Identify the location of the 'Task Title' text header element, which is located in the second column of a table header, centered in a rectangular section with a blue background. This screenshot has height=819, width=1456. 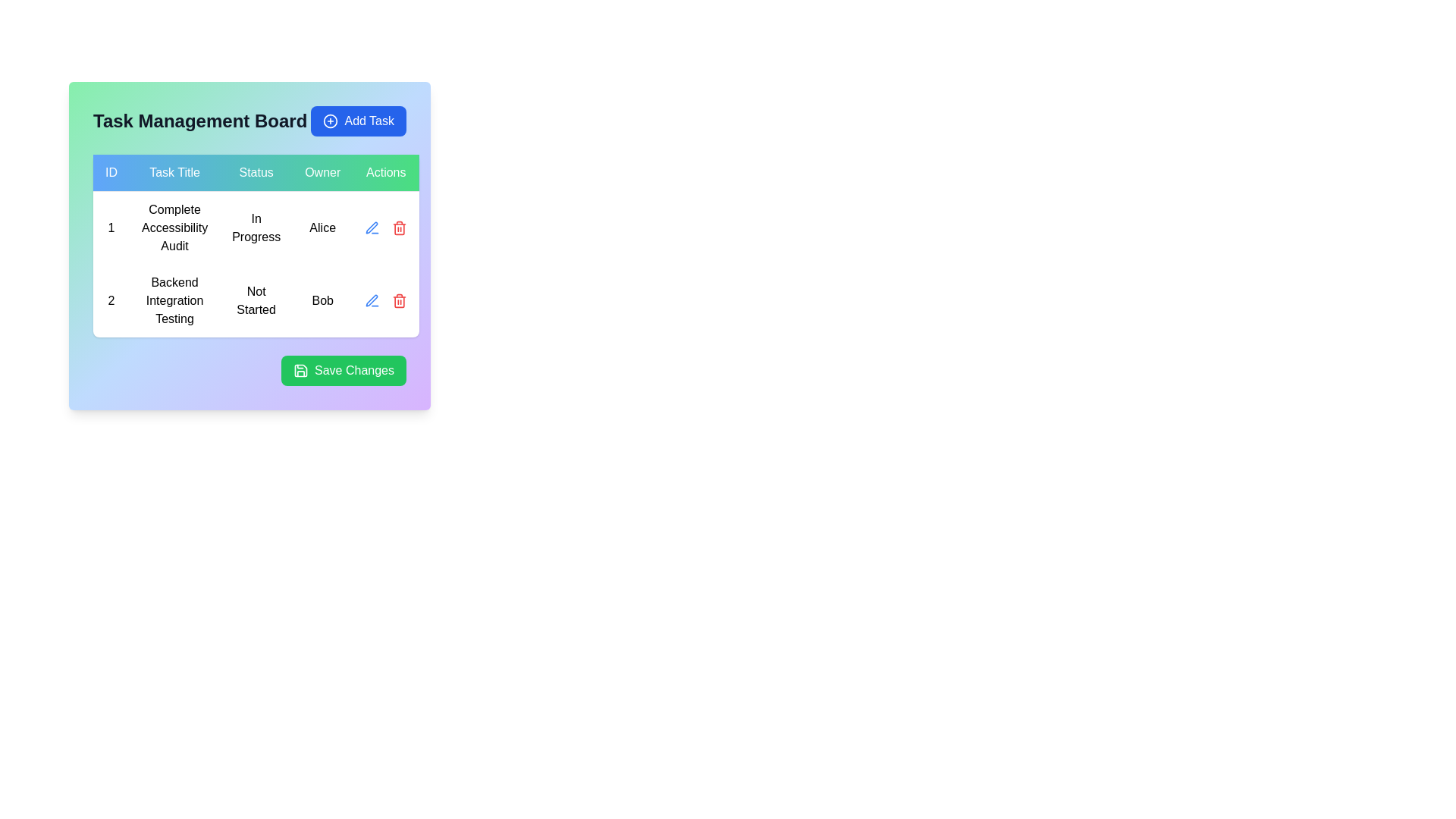
(174, 172).